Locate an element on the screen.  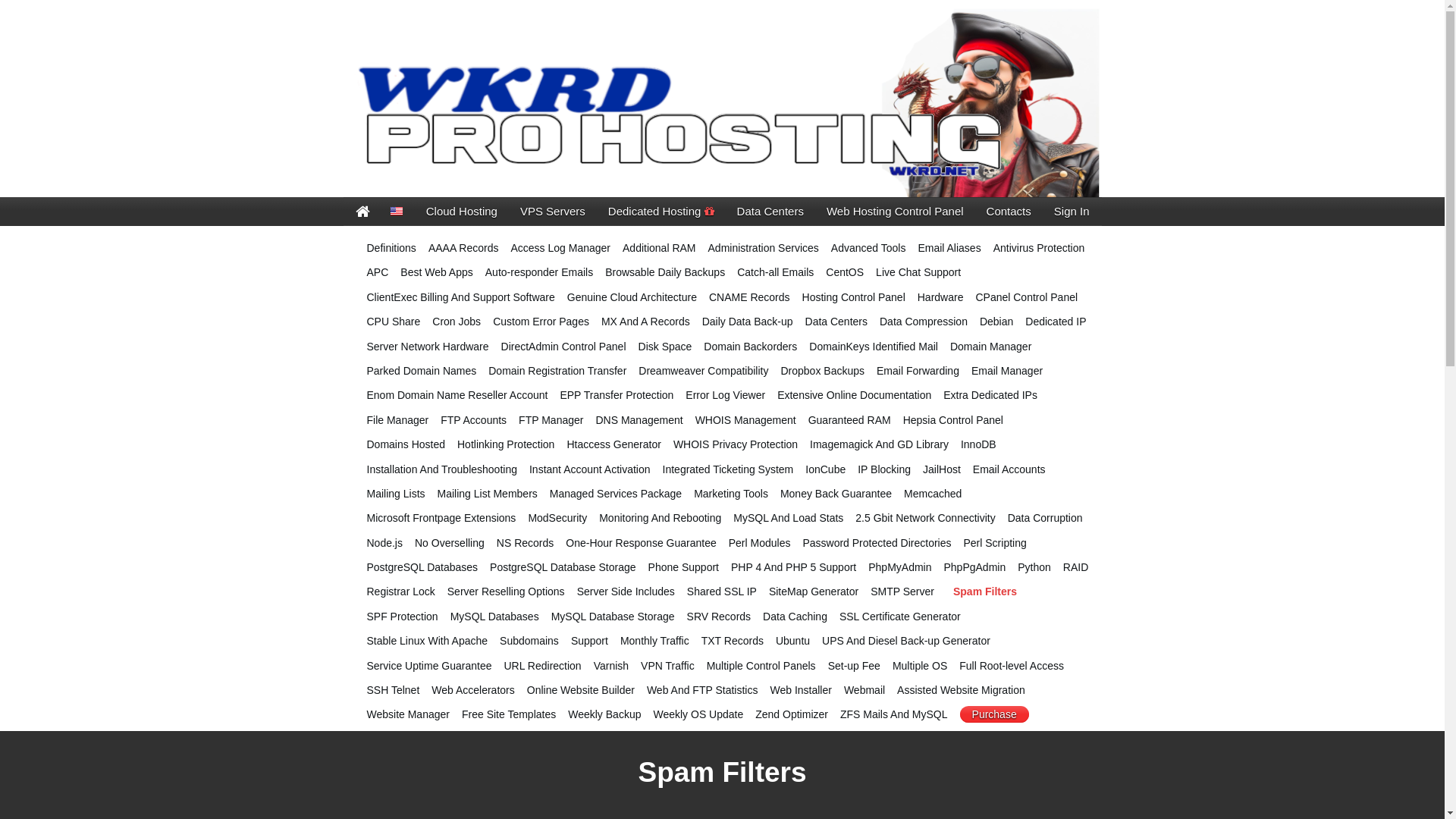
'CPanel Control Panel' is located at coordinates (1026, 297).